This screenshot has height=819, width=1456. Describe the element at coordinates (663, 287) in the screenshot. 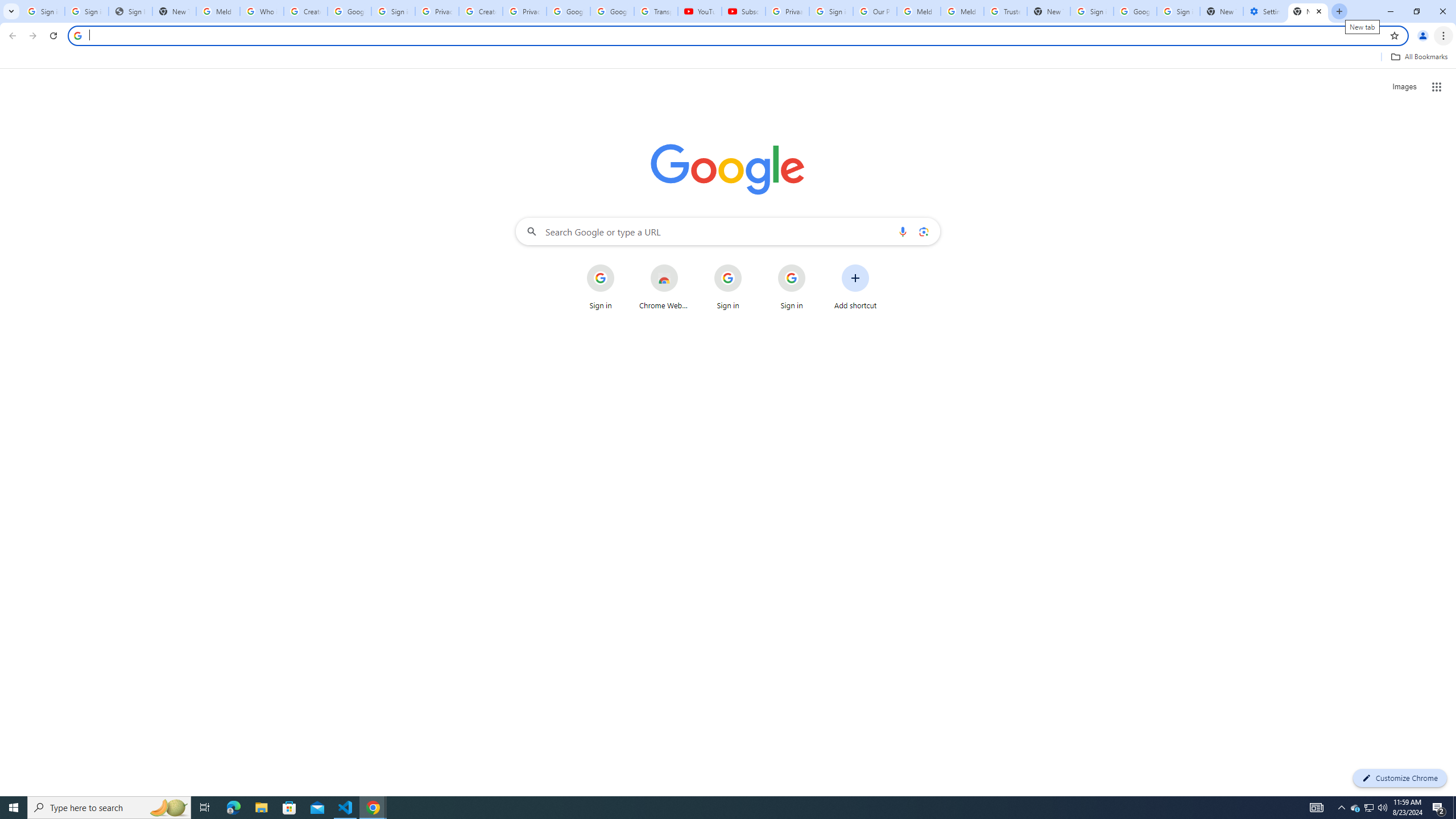

I see `'Chrome Web Store'` at that location.